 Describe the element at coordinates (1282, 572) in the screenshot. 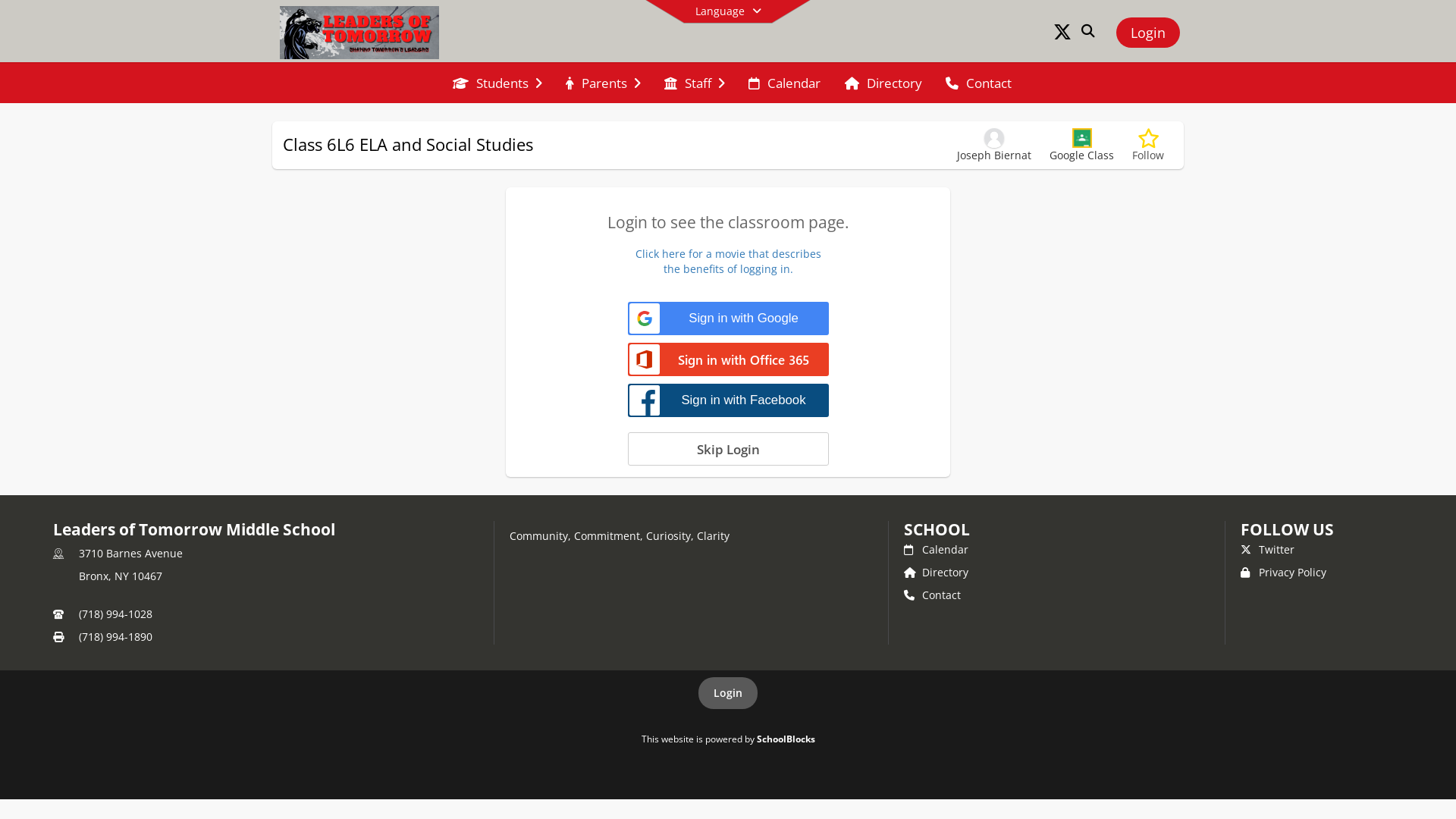

I see `'Privacy Policy'` at that location.